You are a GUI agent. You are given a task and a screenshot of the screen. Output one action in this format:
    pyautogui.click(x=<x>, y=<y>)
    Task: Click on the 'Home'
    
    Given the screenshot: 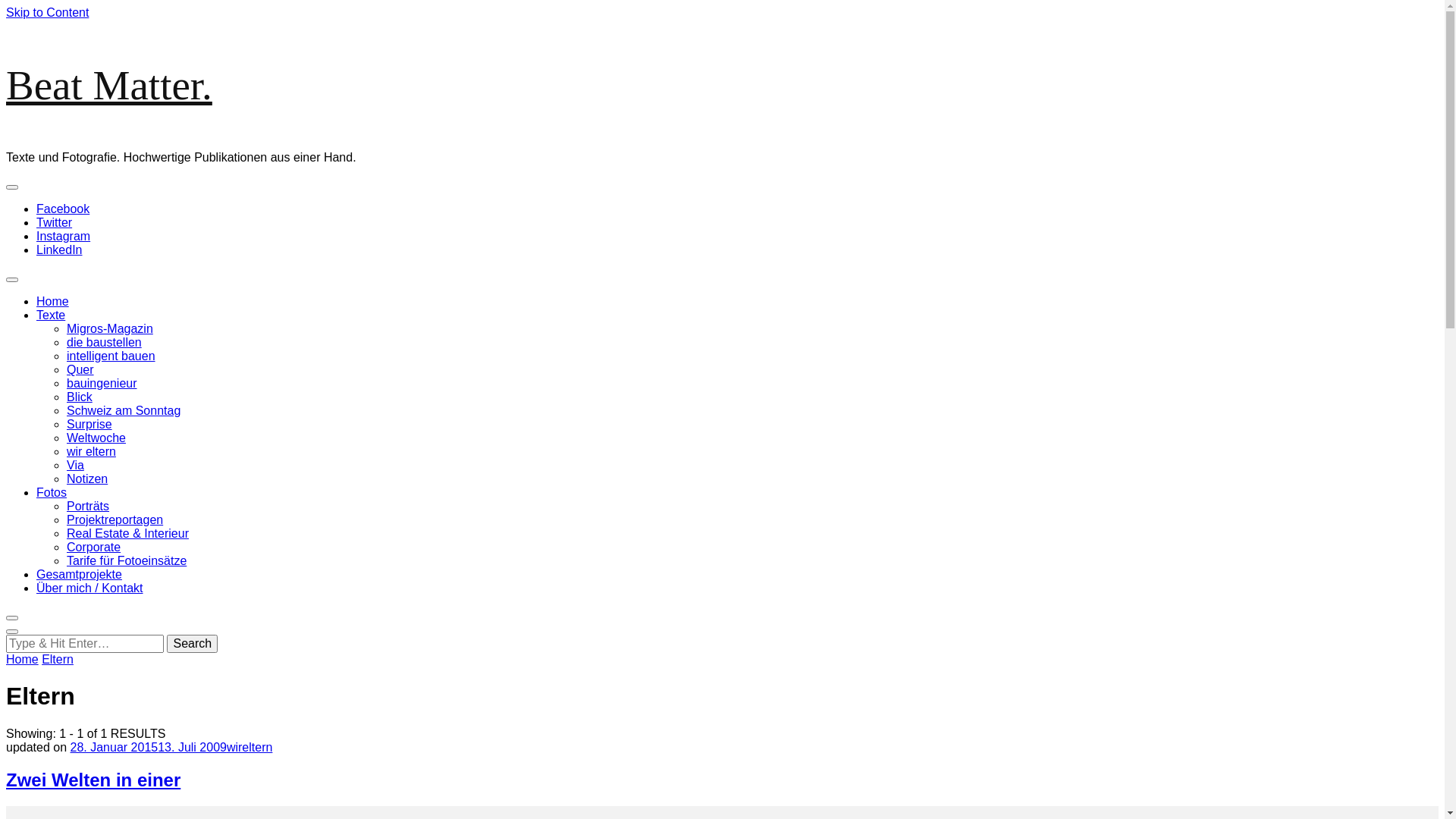 What is the action you would take?
    pyautogui.click(x=22, y=658)
    